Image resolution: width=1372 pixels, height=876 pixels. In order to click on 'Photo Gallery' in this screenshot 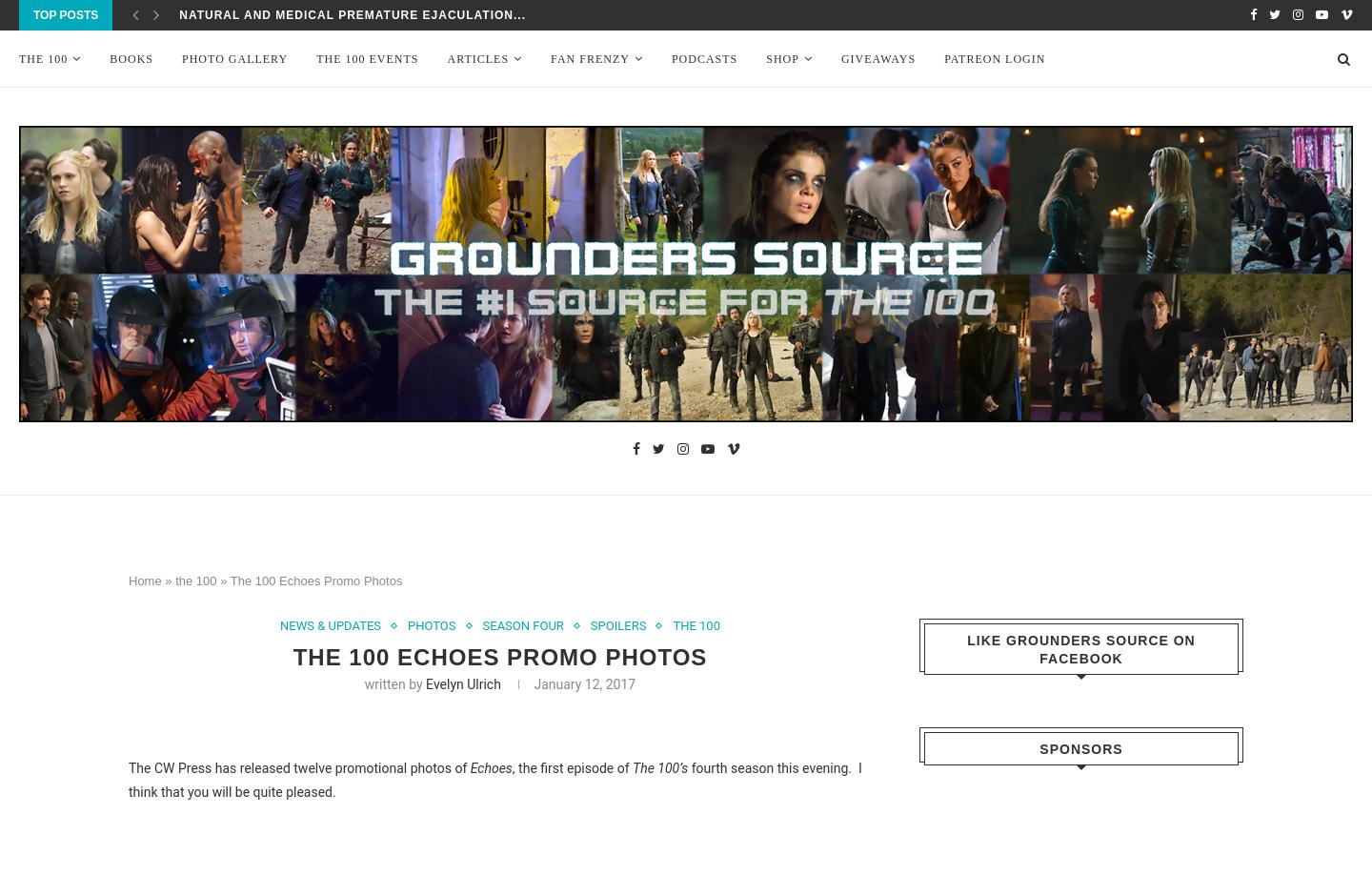, I will do `click(233, 59)`.